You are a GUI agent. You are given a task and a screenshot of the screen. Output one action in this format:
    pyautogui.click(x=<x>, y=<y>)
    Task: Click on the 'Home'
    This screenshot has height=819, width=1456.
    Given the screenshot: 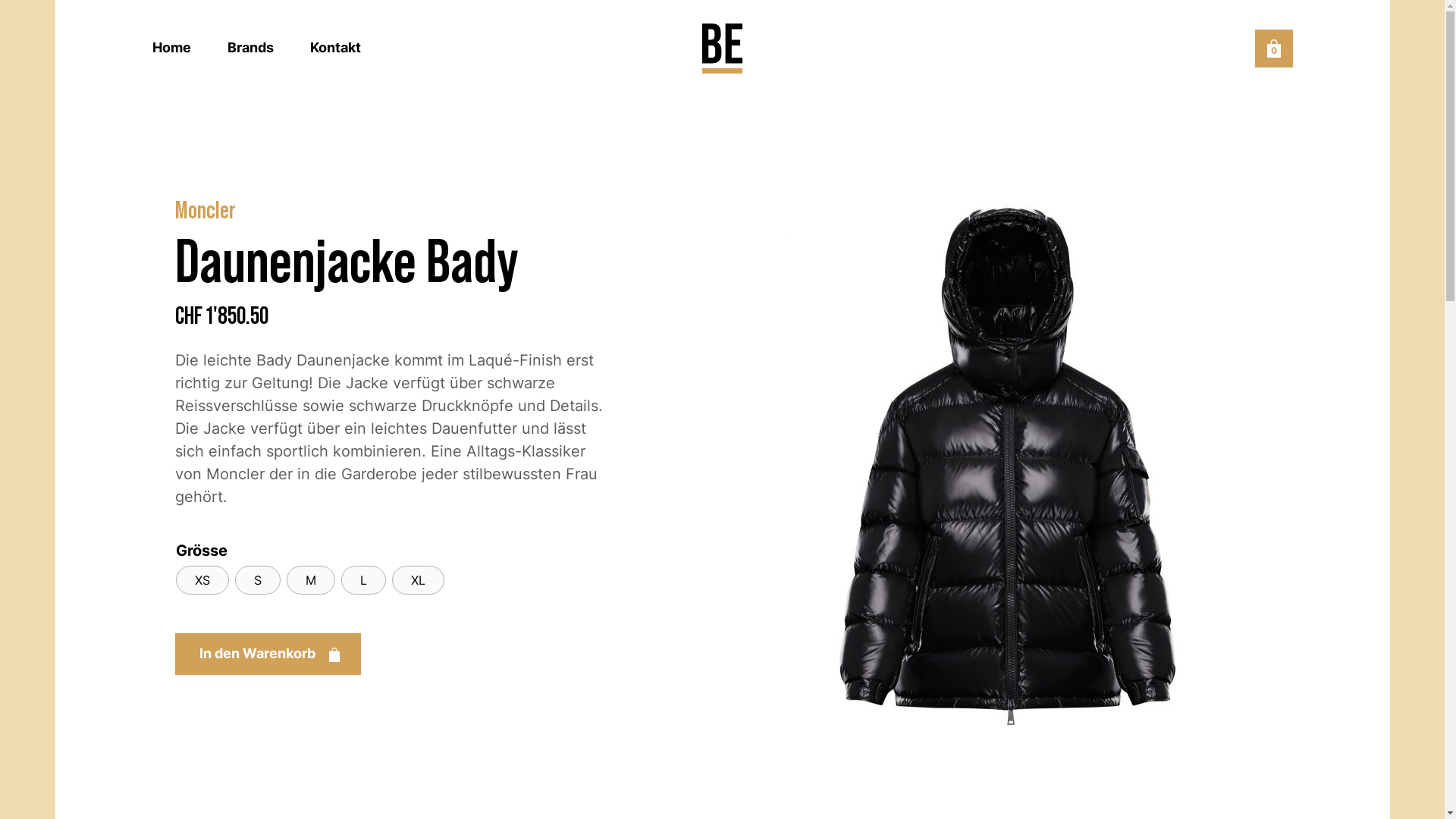 What is the action you would take?
    pyautogui.click(x=171, y=46)
    